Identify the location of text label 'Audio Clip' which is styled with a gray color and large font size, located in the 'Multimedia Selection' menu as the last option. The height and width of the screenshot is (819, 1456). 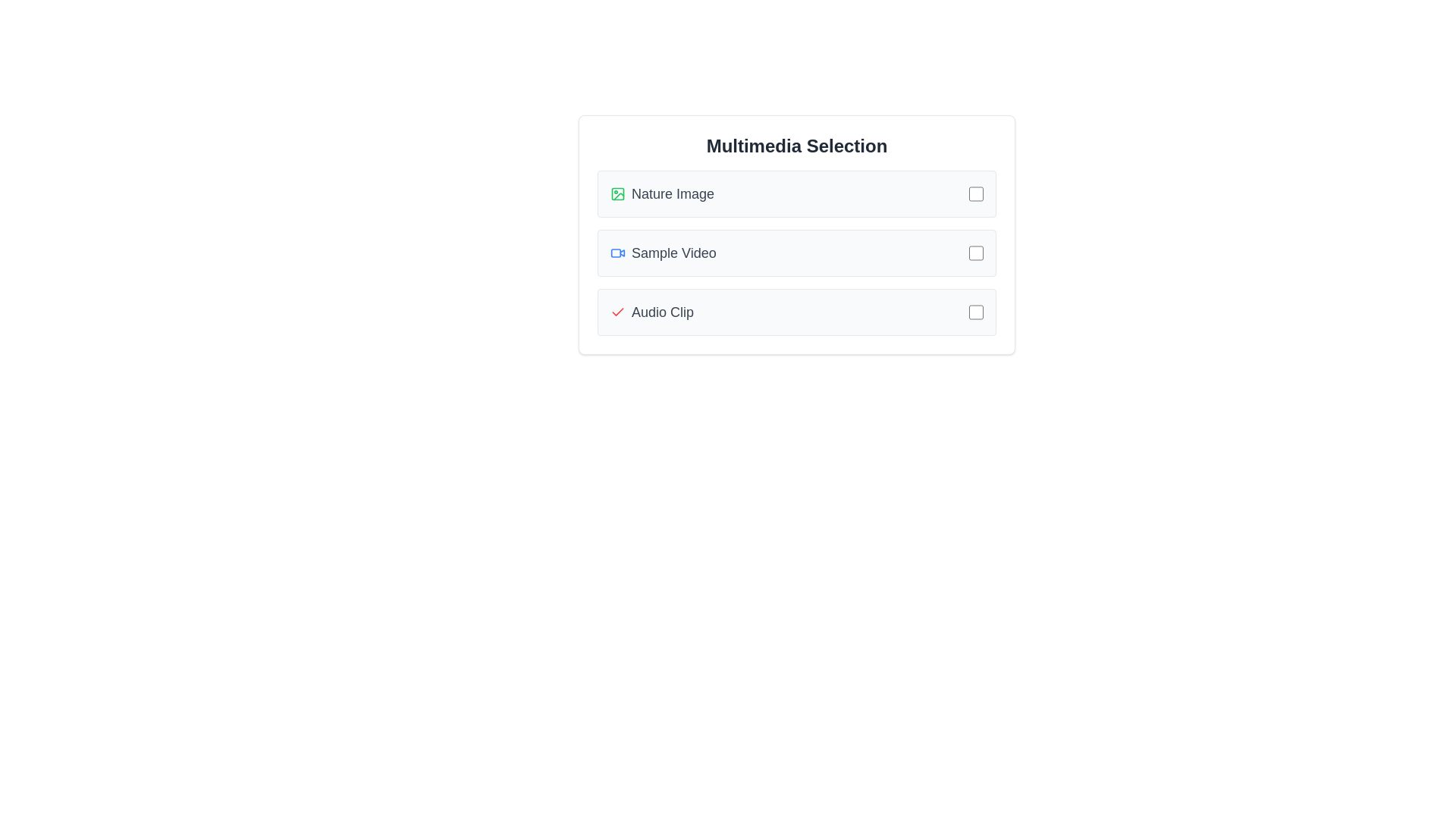
(662, 312).